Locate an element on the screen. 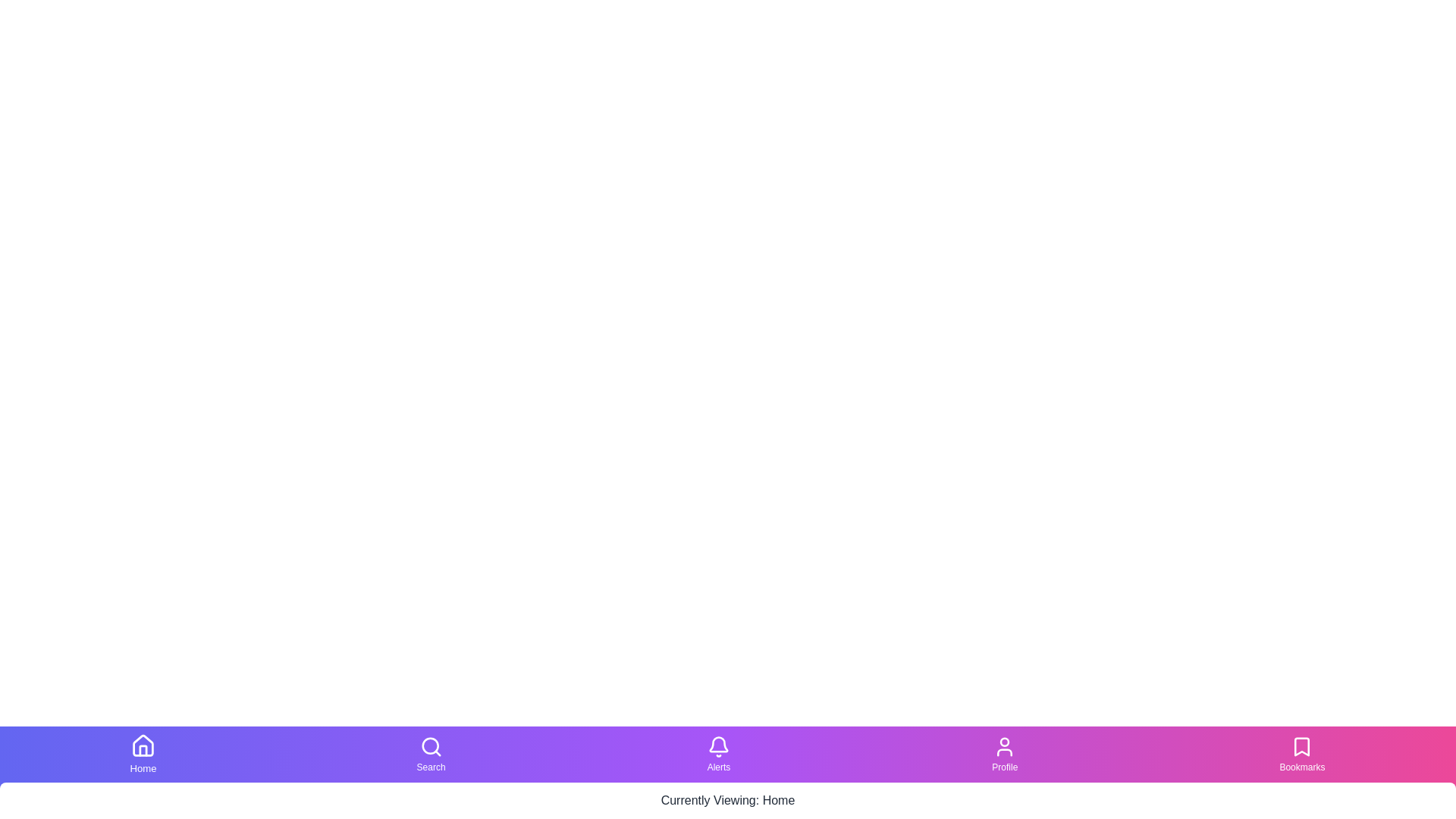  the Profile tab is located at coordinates (1005, 755).